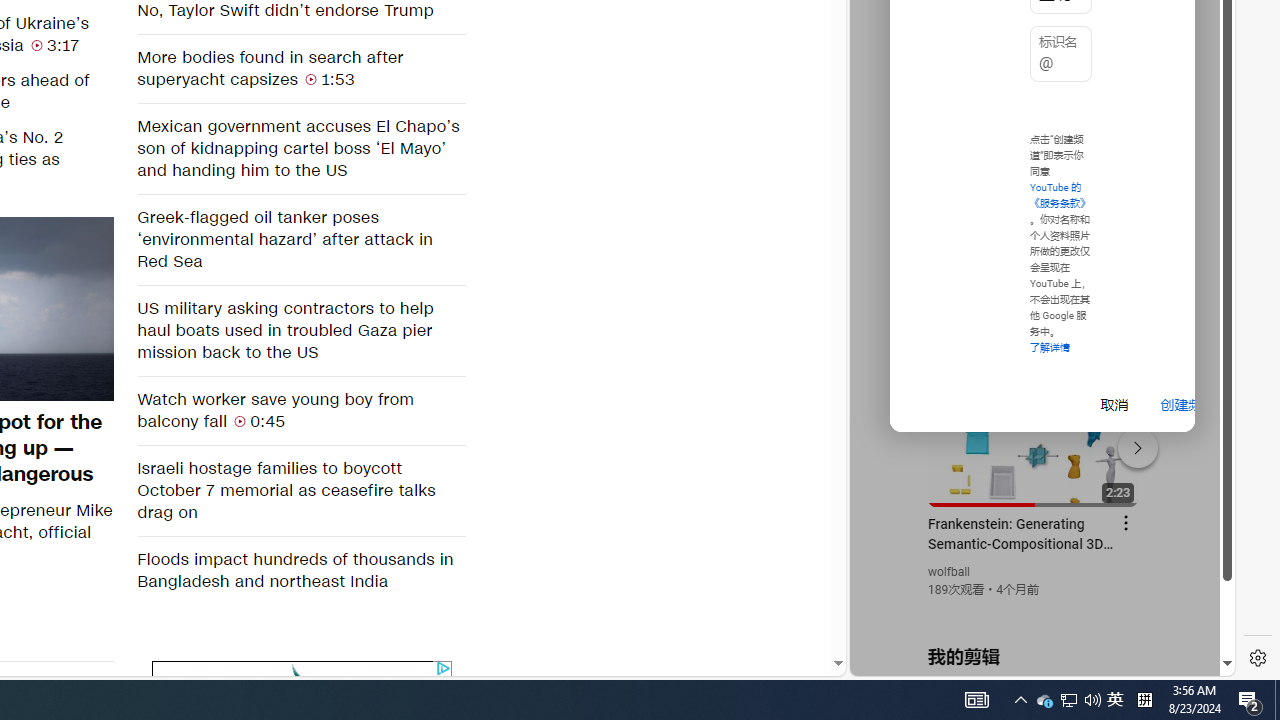  I want to click on 'Action Center, 2 new notifications', so click(1250, 698).